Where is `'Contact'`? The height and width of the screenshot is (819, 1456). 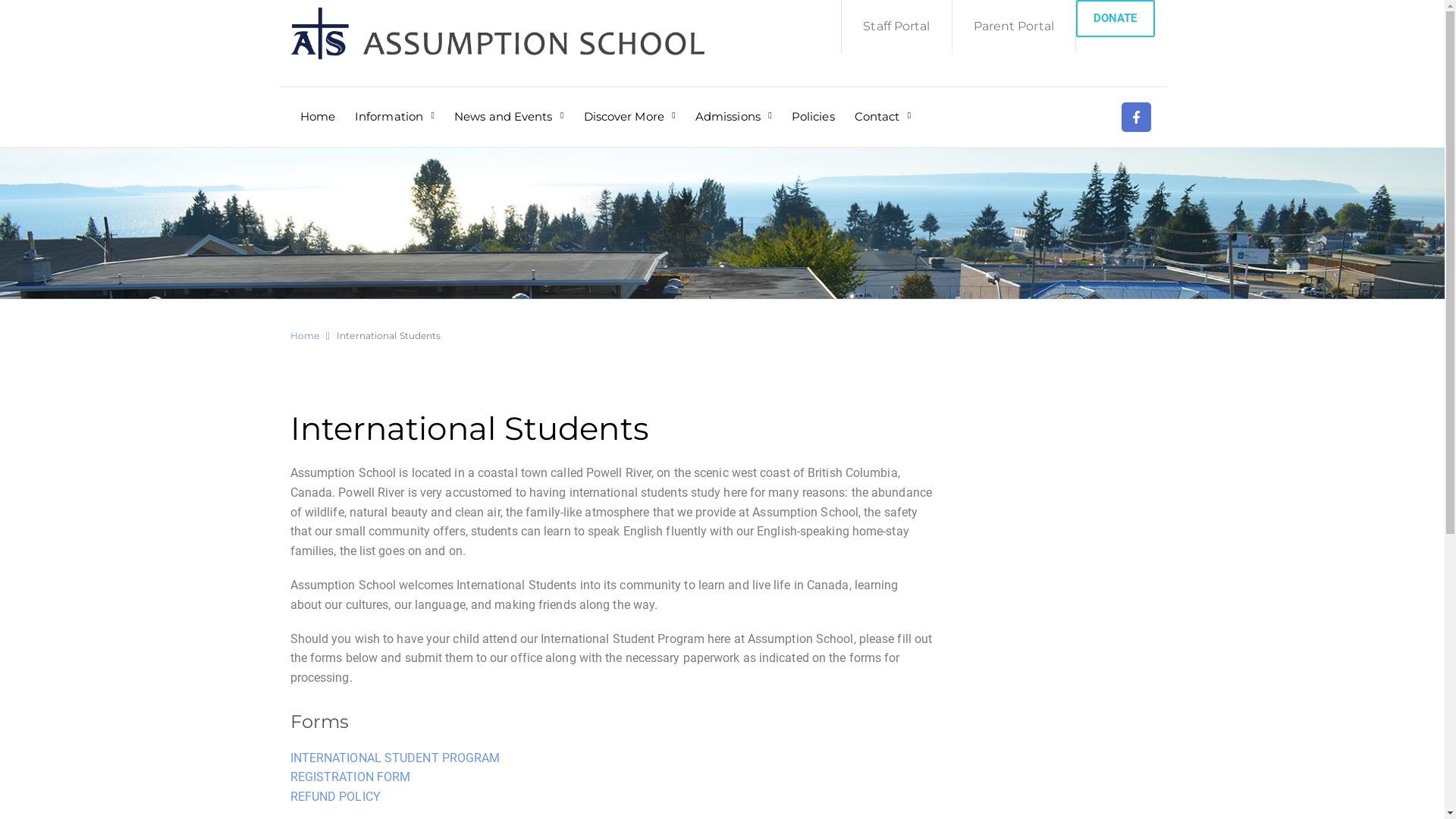 'Contact' is located at coordinates (855, 105).